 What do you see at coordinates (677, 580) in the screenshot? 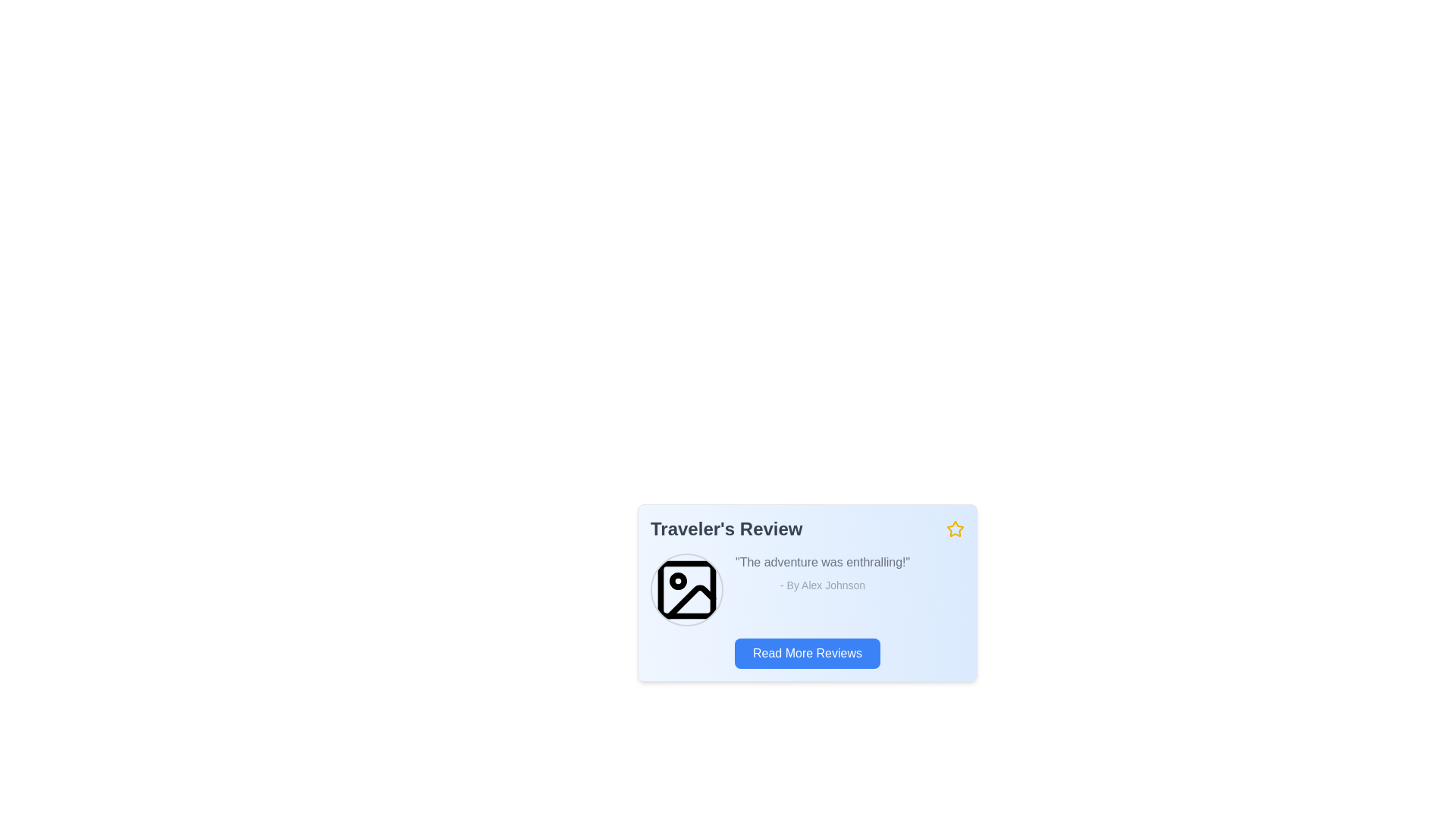
I see `the smaller SVG Circle Element located in the upper-left quadrant of the larger image icon on the left side of the review card` at bounding box center [677, 580].